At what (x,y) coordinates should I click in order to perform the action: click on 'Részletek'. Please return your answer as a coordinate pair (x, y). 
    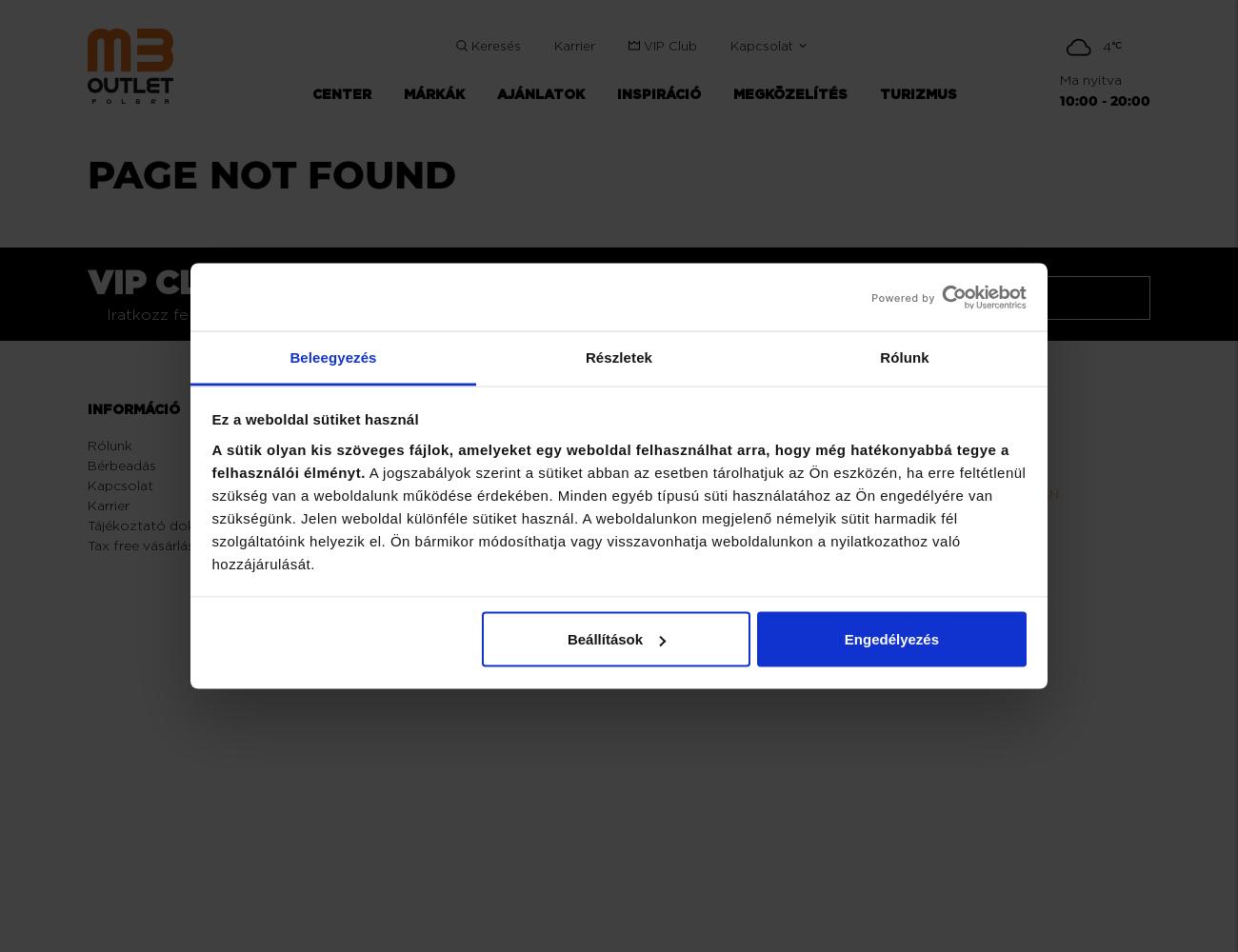
    Looking at the image, I should click on (618, 355).